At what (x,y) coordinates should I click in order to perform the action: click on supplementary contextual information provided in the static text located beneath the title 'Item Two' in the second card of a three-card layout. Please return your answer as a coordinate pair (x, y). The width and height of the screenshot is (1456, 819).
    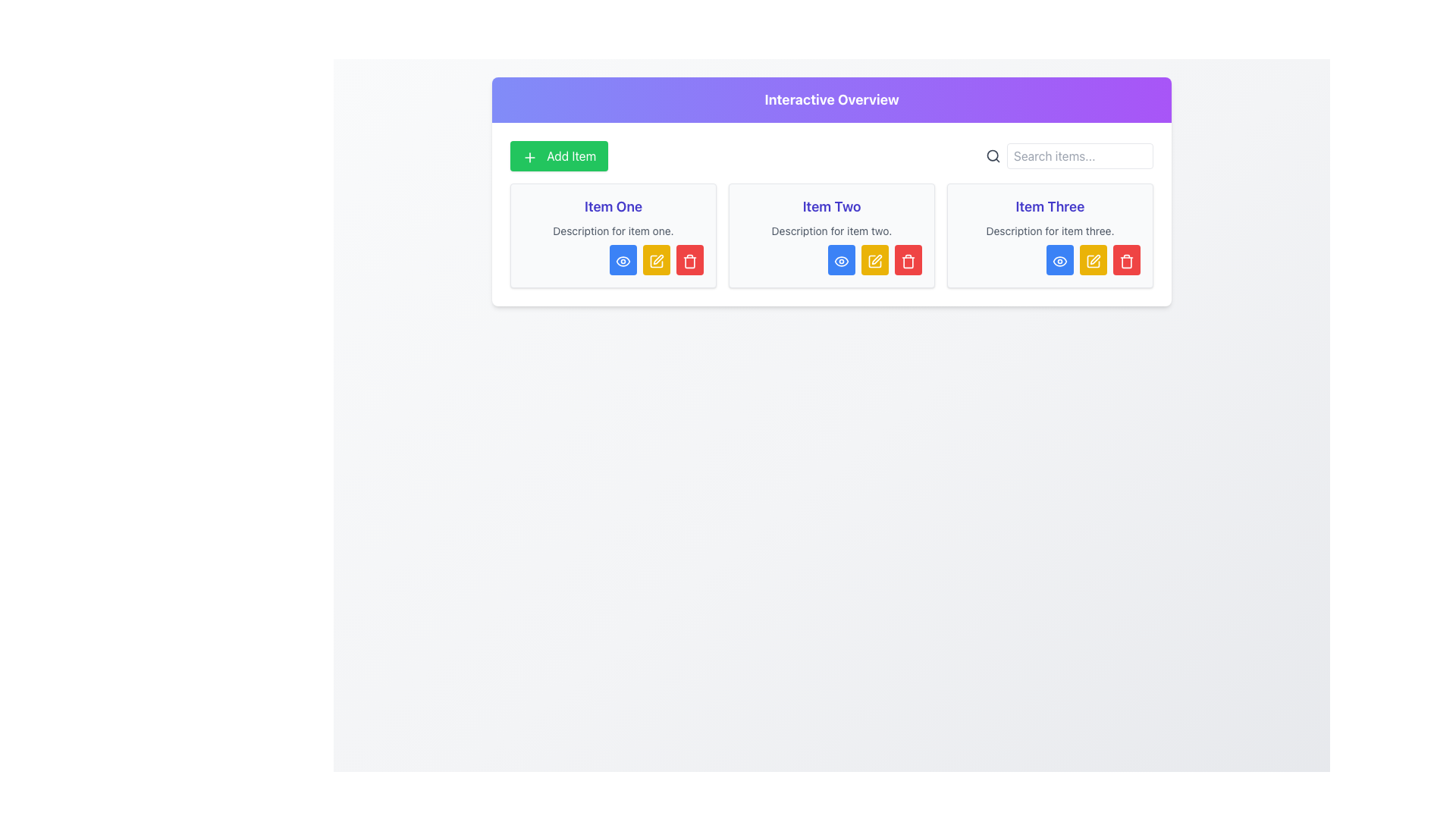
    Looking at the image, I should click on (831, 231).